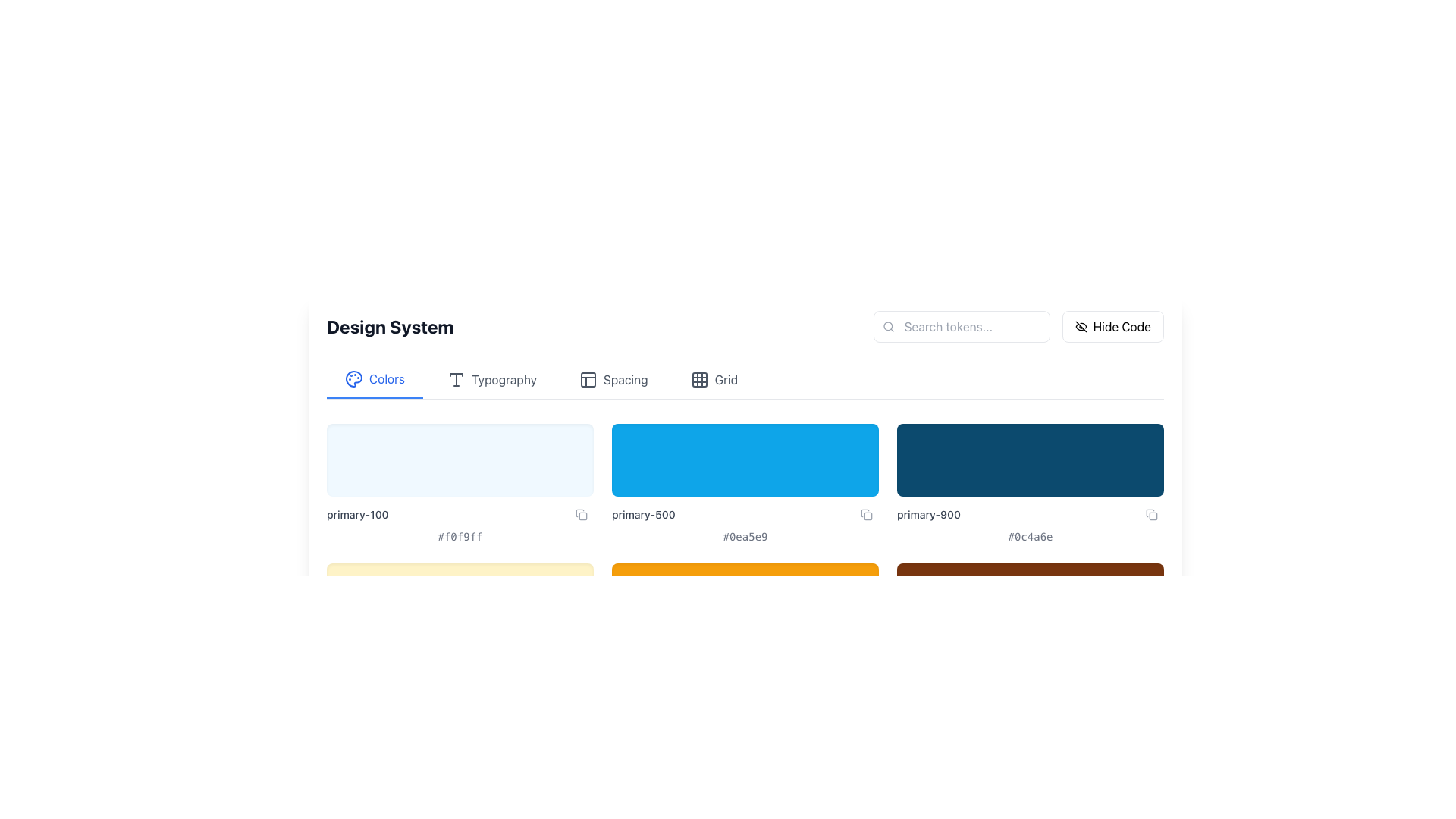 Image resolution: width=1456 pixels, height=819 pixels. Describe the element at coordinates (868, 516) in the screenshot. I see `the Icon component which is a small rectangle with rounded corners located in the third row of color boxes on the right-hand side of the application interface` at that location.